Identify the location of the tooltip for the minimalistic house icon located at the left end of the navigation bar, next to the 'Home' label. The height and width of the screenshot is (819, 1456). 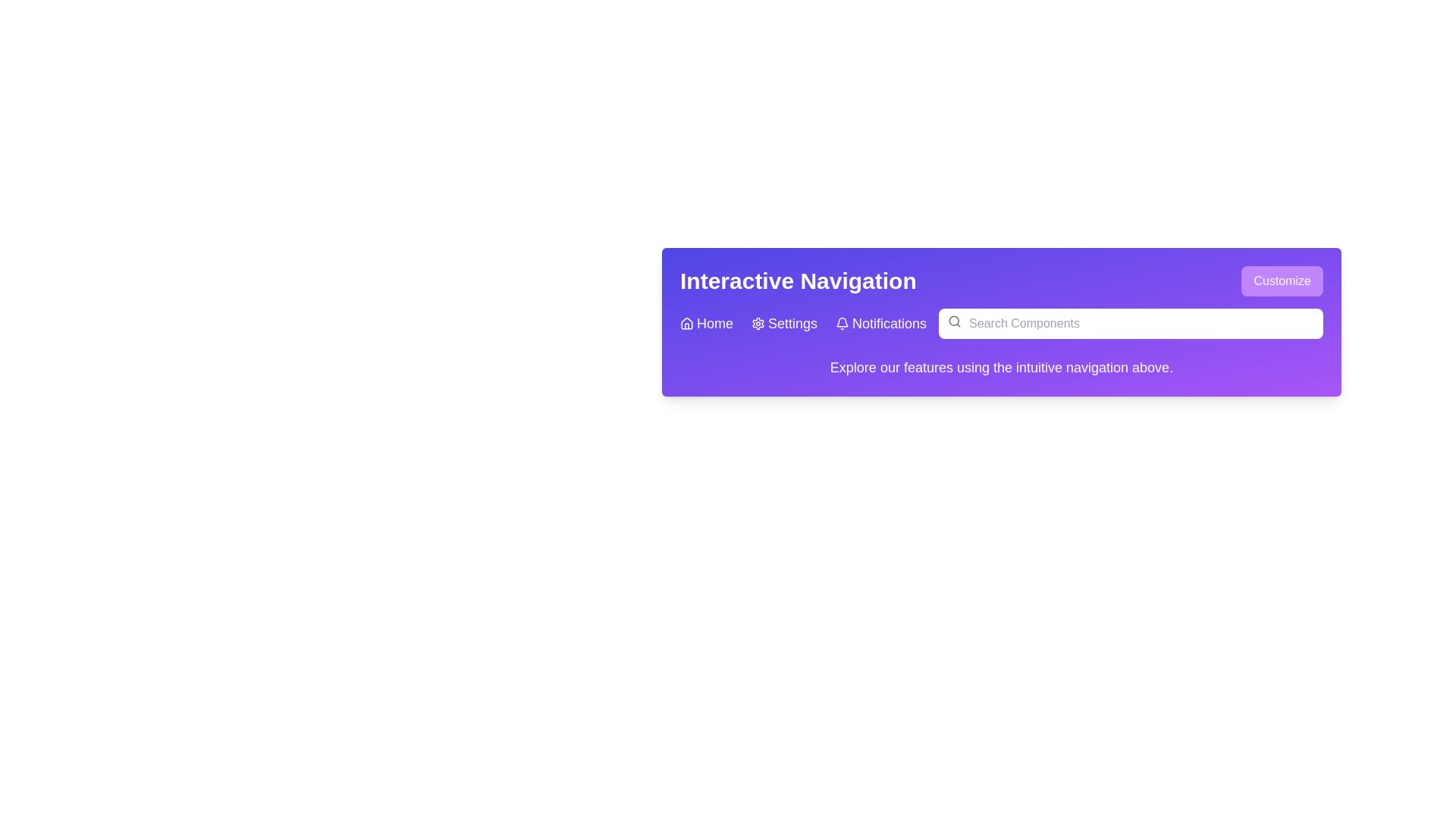
(686, 322).